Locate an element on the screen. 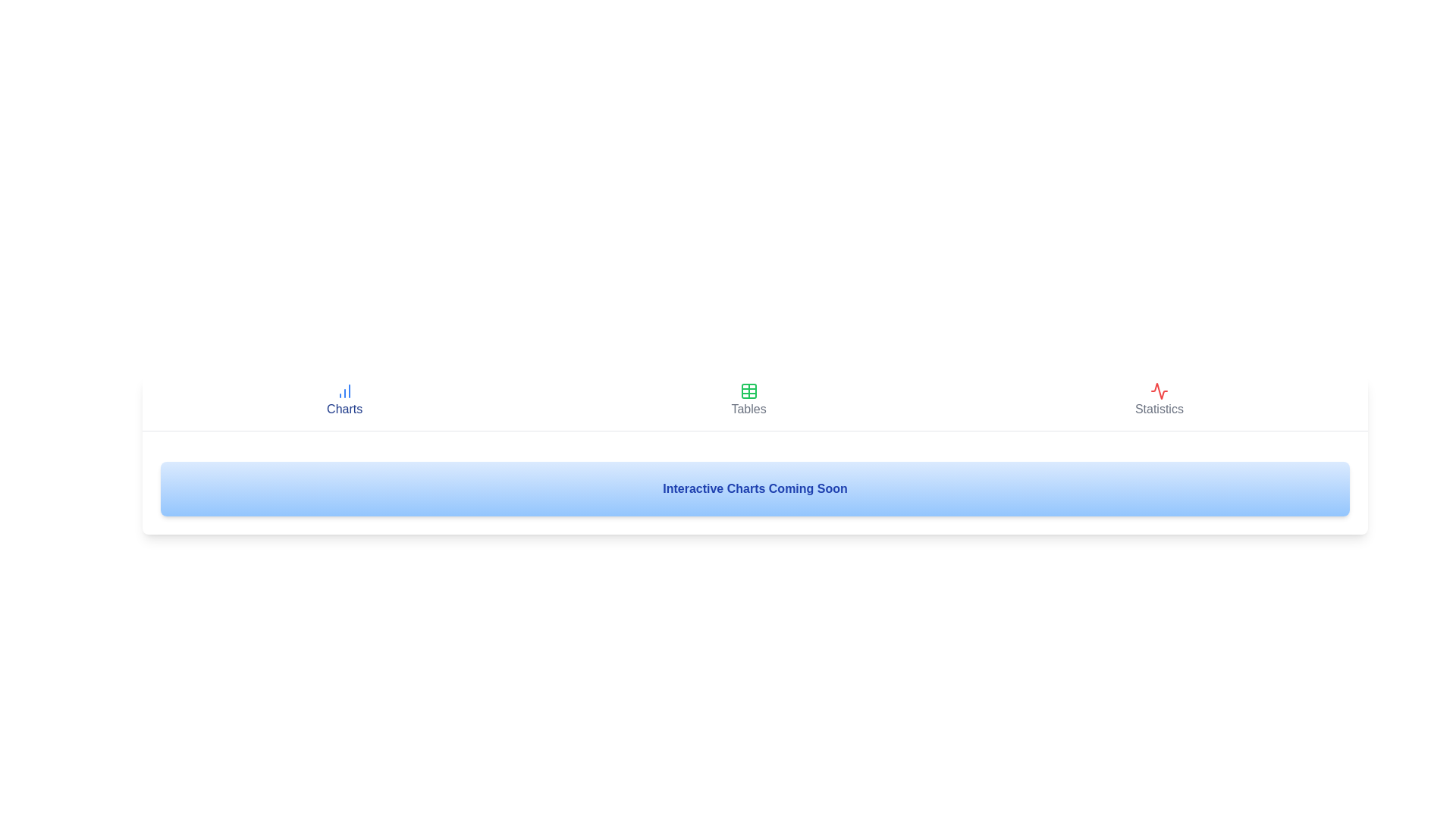 This screenshot has height=819, width=1456. the Tables tab by clicking on its label is located at coordinates (748, 400).